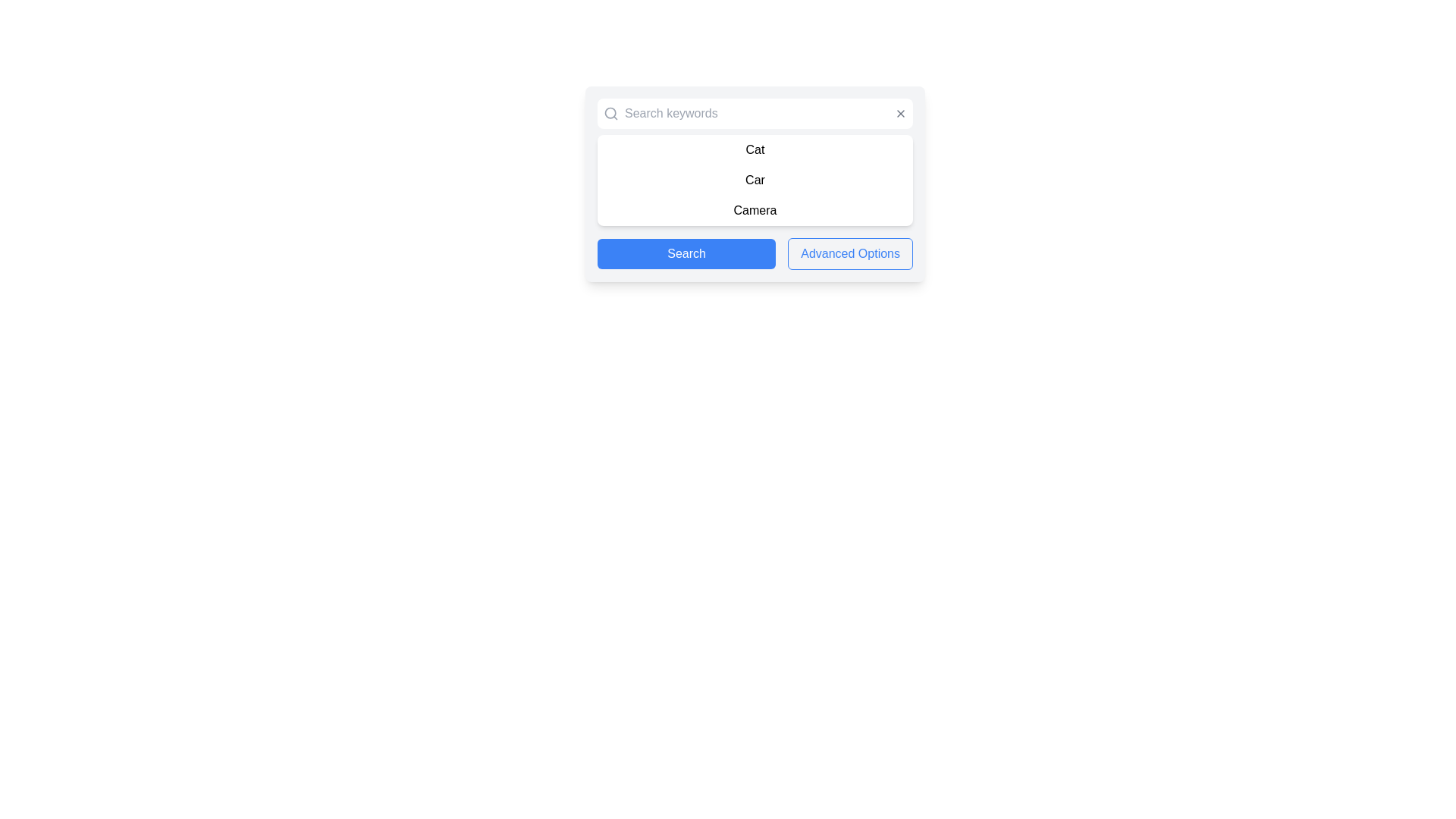 Image resolution: width=1456 pixels, height=819 pixels. I want to click on the second item in the dropdown menu labeled 'Car', so click(755, 180).